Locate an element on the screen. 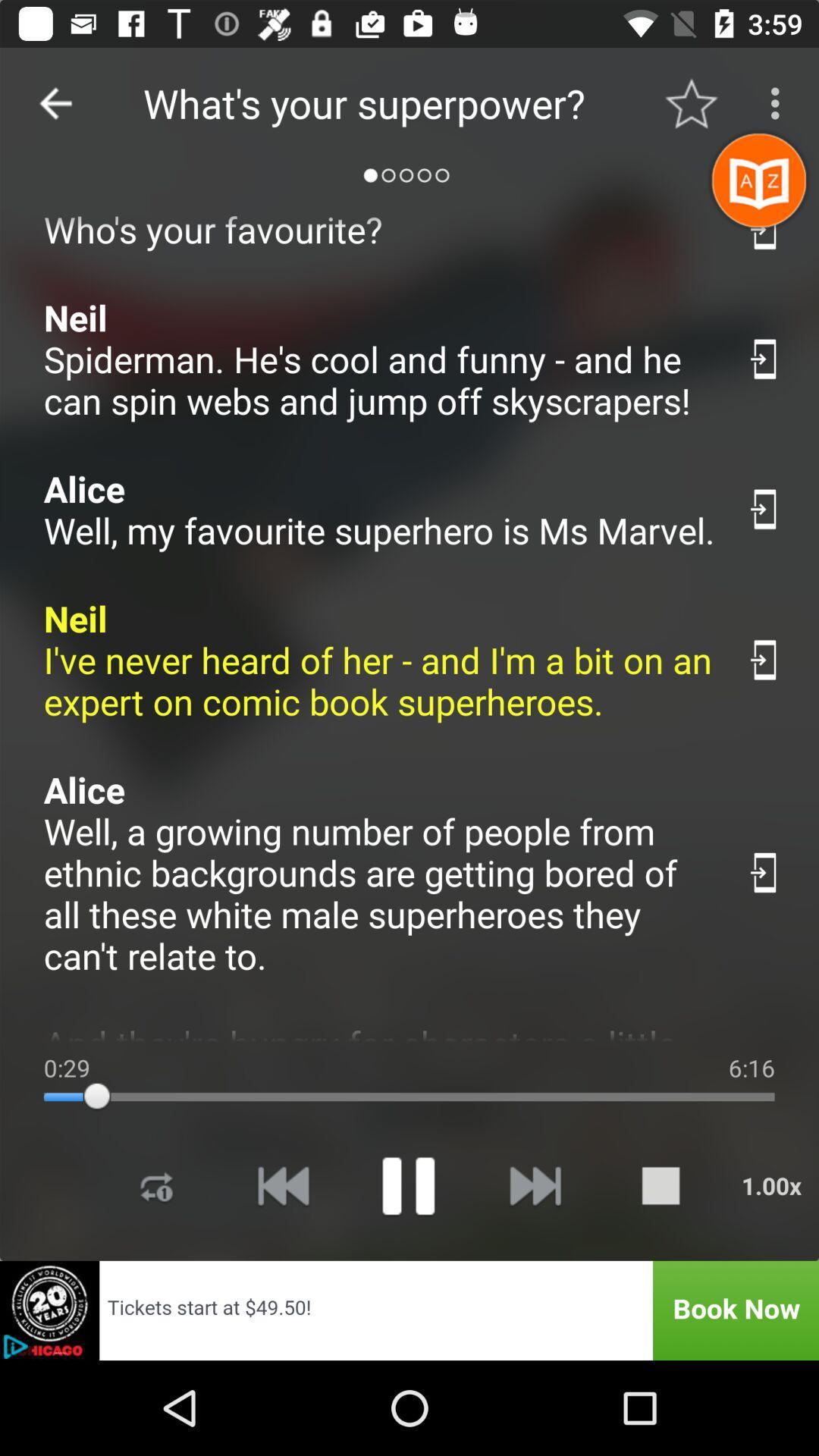 Image resolution: width=819 pixels, height=1456 pixels. pause option is located at coordinates (407, 1185).